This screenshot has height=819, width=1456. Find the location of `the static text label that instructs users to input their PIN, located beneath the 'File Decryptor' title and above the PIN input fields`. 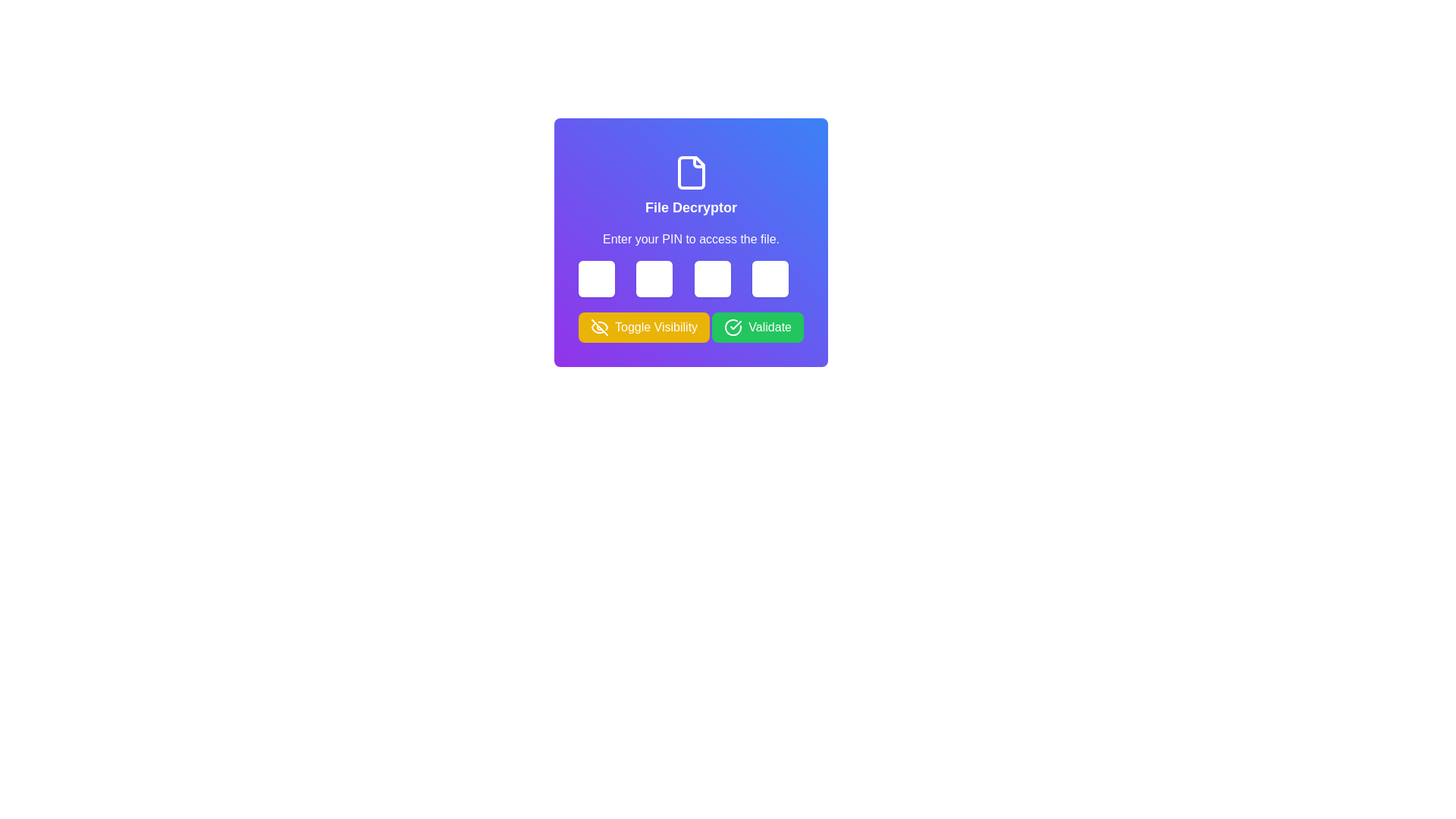

the static text label that instructs users to input their PIN, located beneath the 'File Decryptor' title and above the PIN input fields is located at coordinates (690, 239).